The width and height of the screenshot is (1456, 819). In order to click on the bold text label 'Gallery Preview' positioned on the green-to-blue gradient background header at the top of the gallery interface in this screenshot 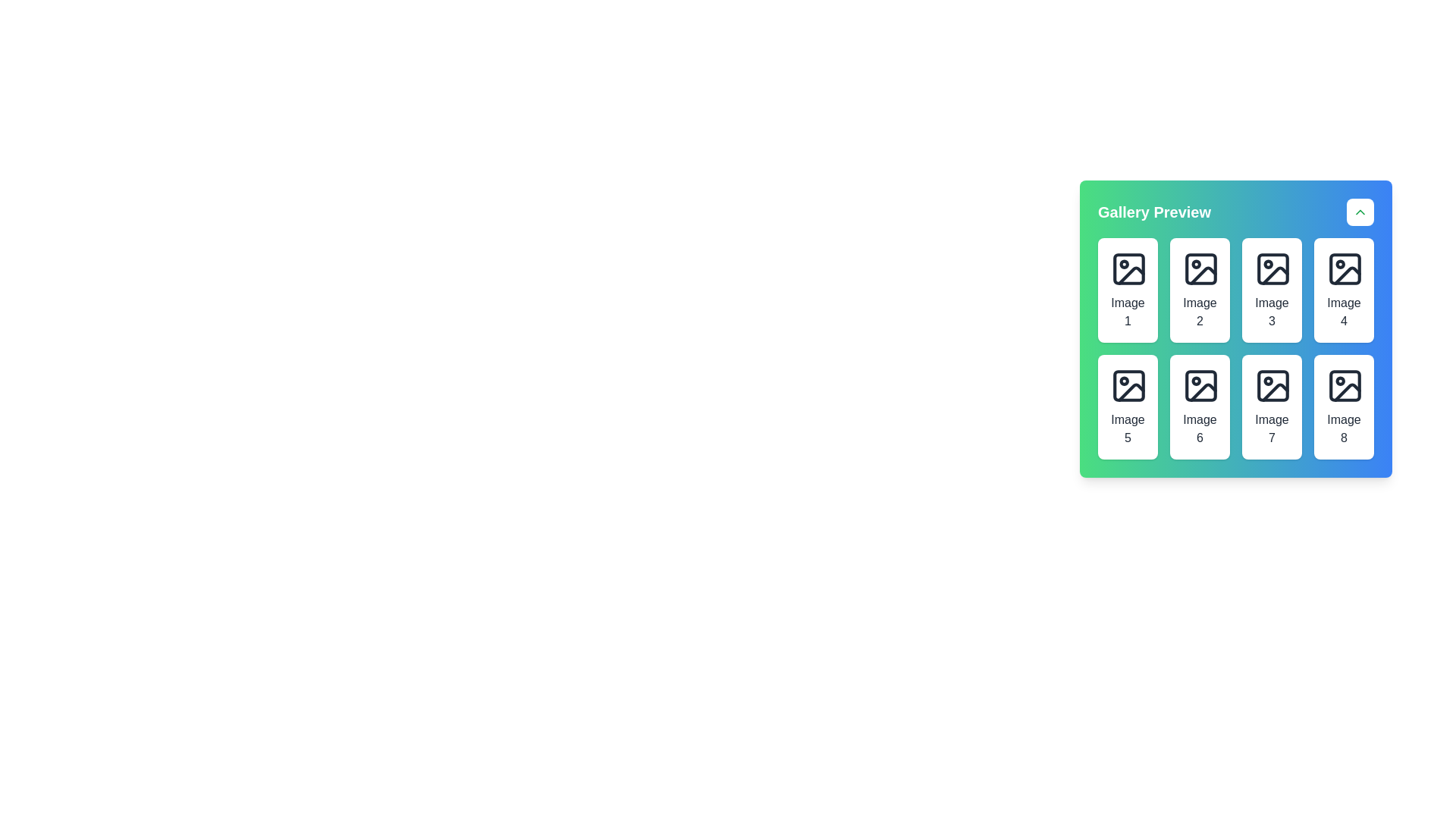, I will do `click(1153, 212)`.